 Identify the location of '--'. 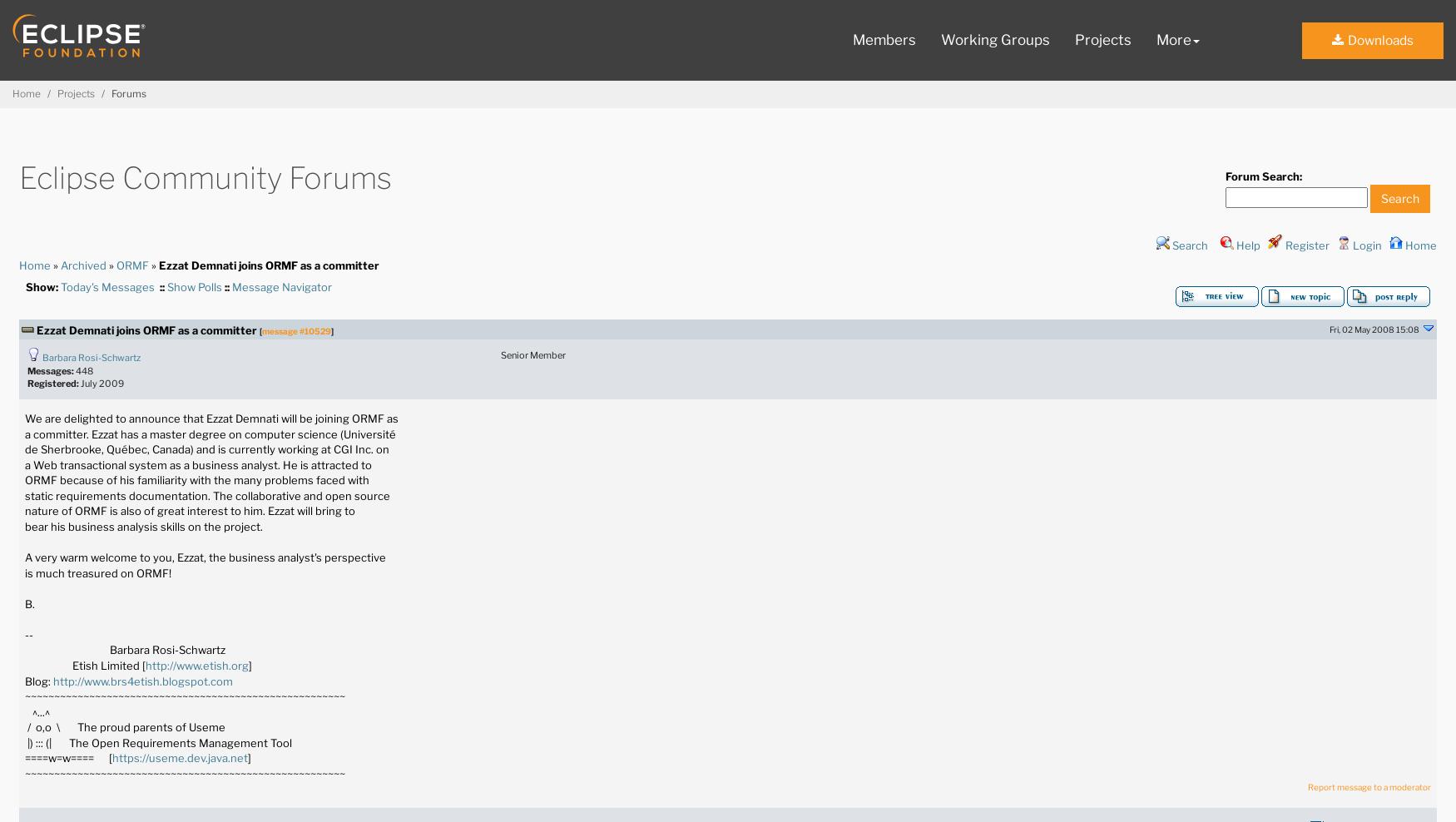
(27, 633).